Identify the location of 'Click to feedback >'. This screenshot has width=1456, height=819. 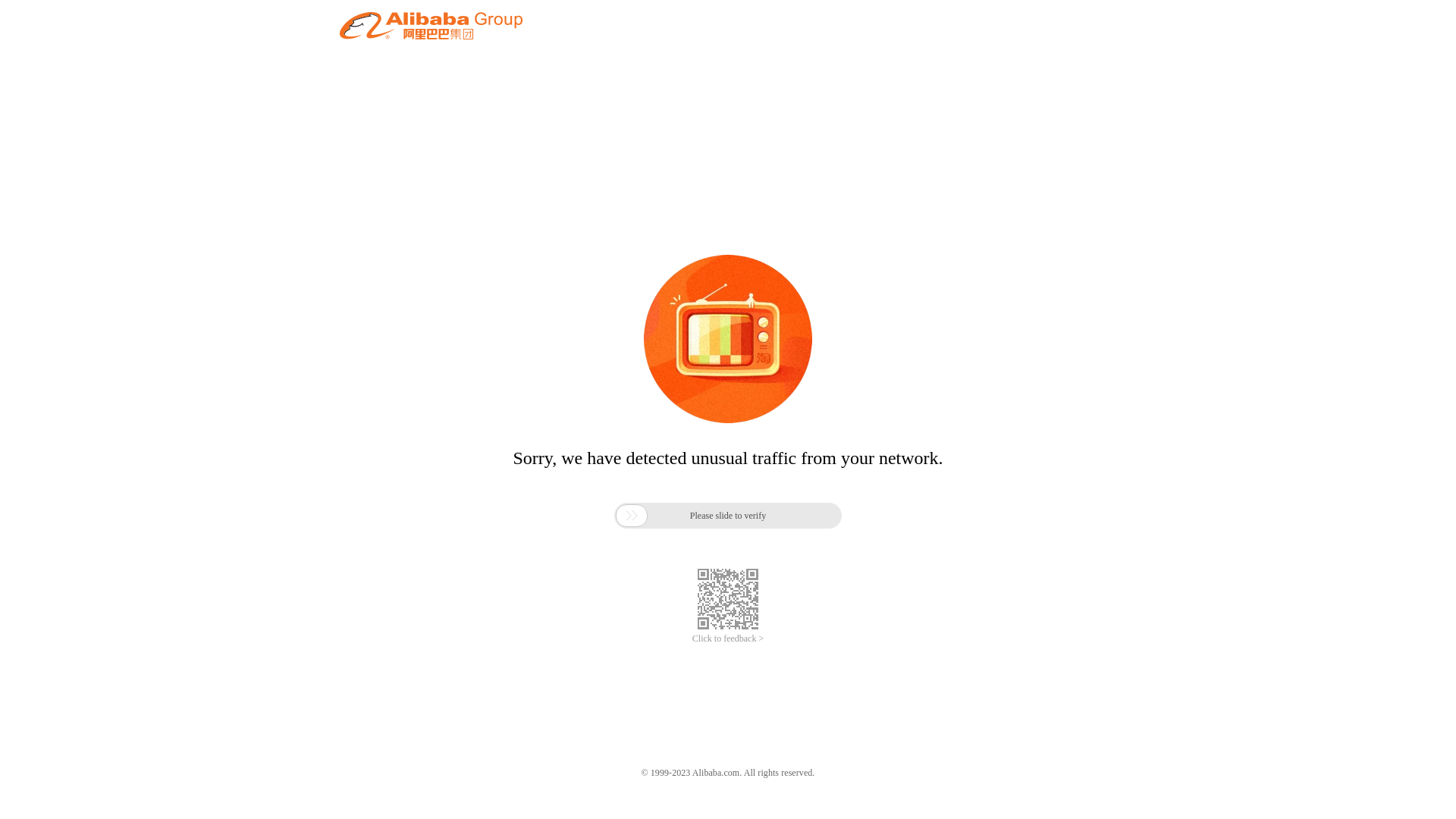
(728, 639).